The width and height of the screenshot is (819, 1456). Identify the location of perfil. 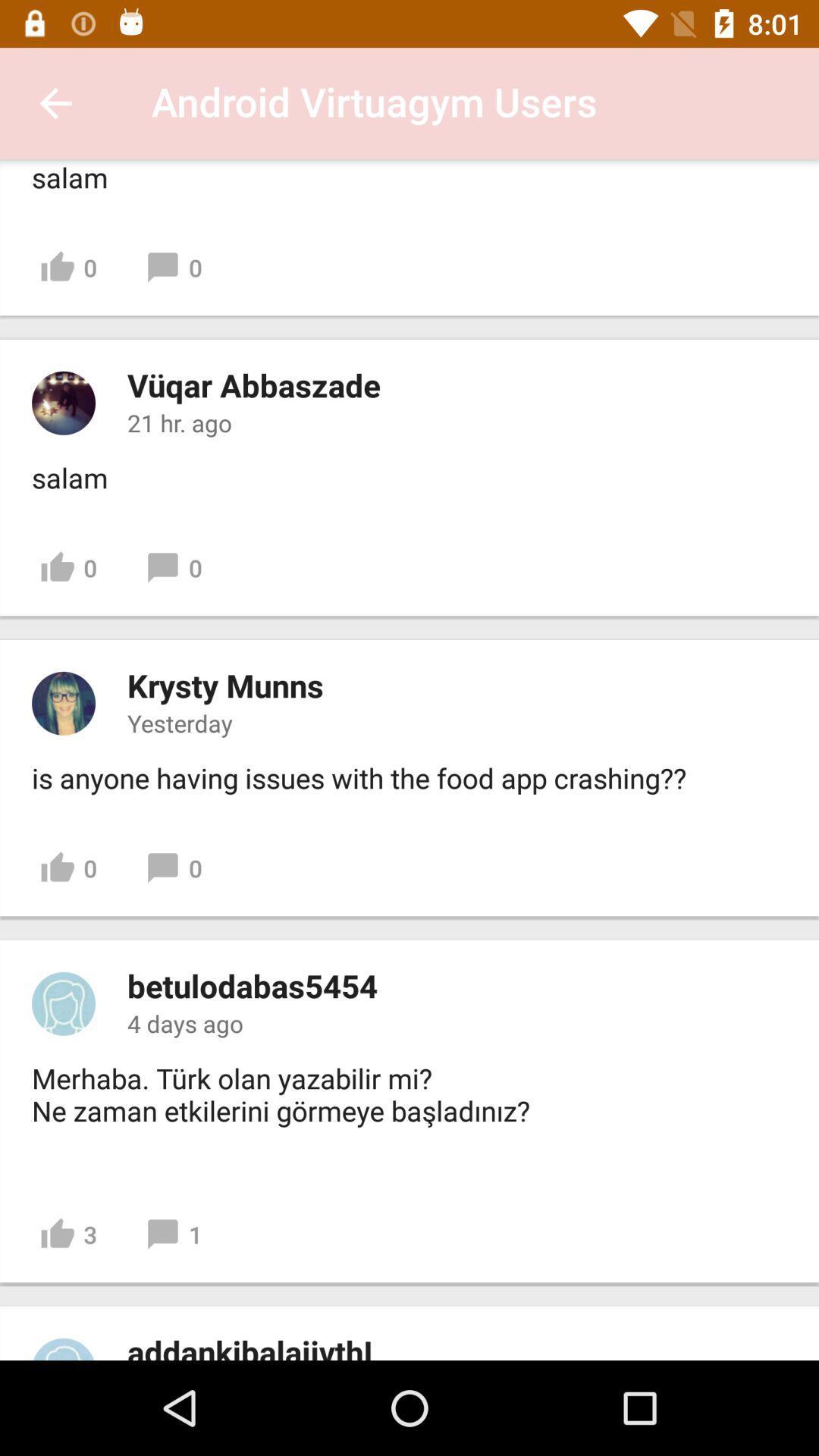
(63, 403).